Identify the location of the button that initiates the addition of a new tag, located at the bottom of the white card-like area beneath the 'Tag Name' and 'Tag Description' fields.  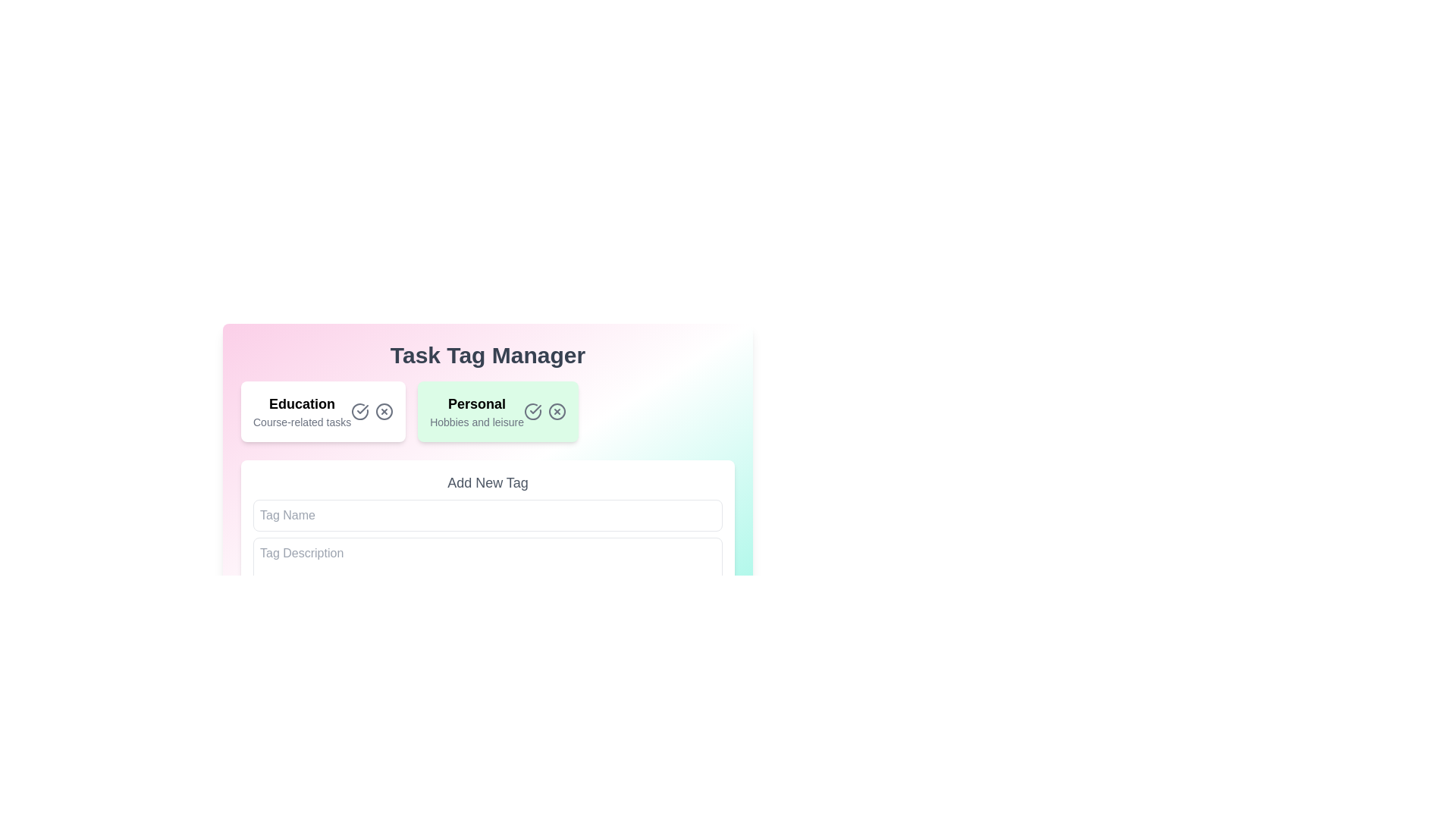
(300, 614).